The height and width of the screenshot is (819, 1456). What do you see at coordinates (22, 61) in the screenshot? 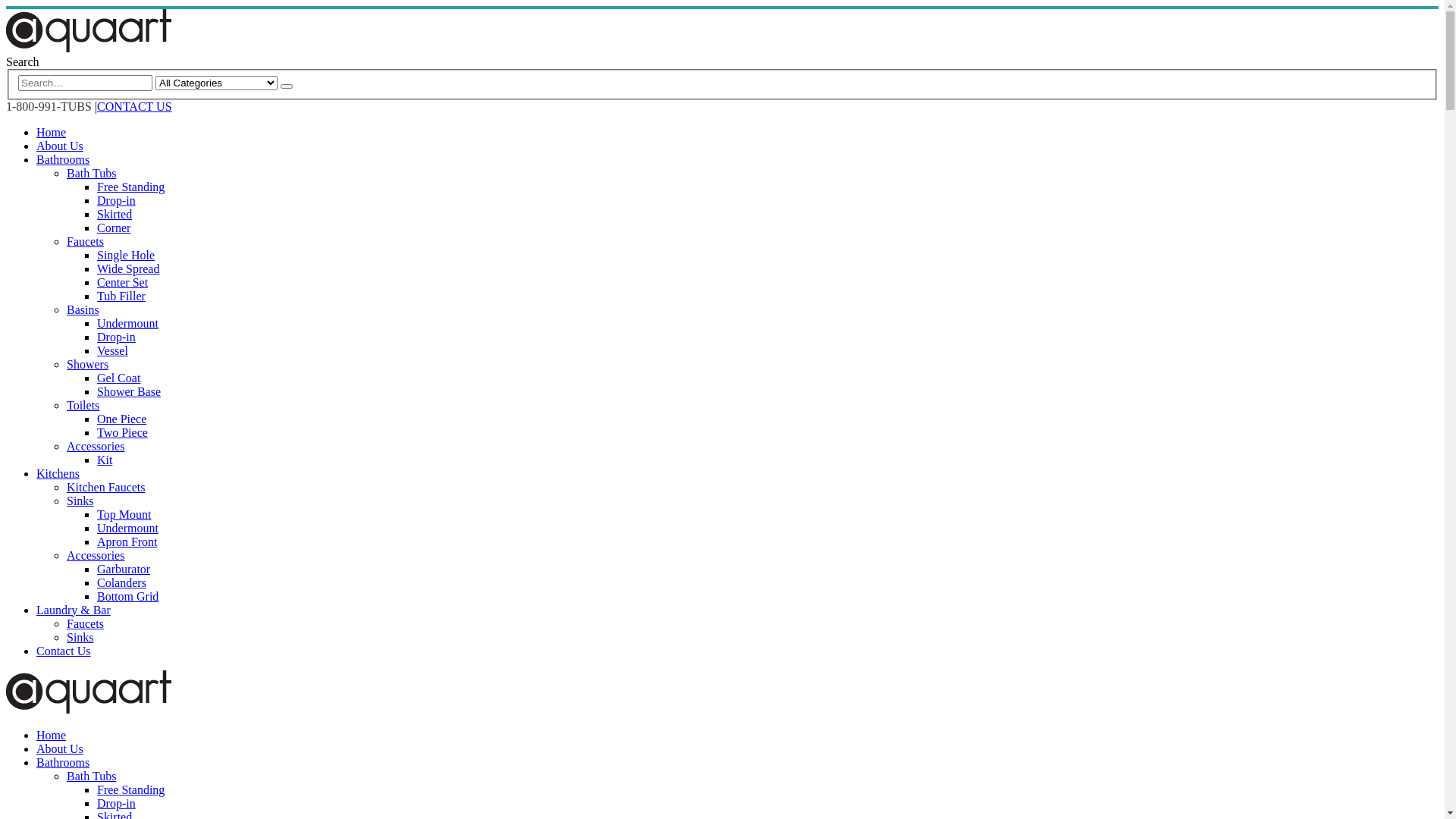
I see `'Search'` at bounding box center [22, 61].